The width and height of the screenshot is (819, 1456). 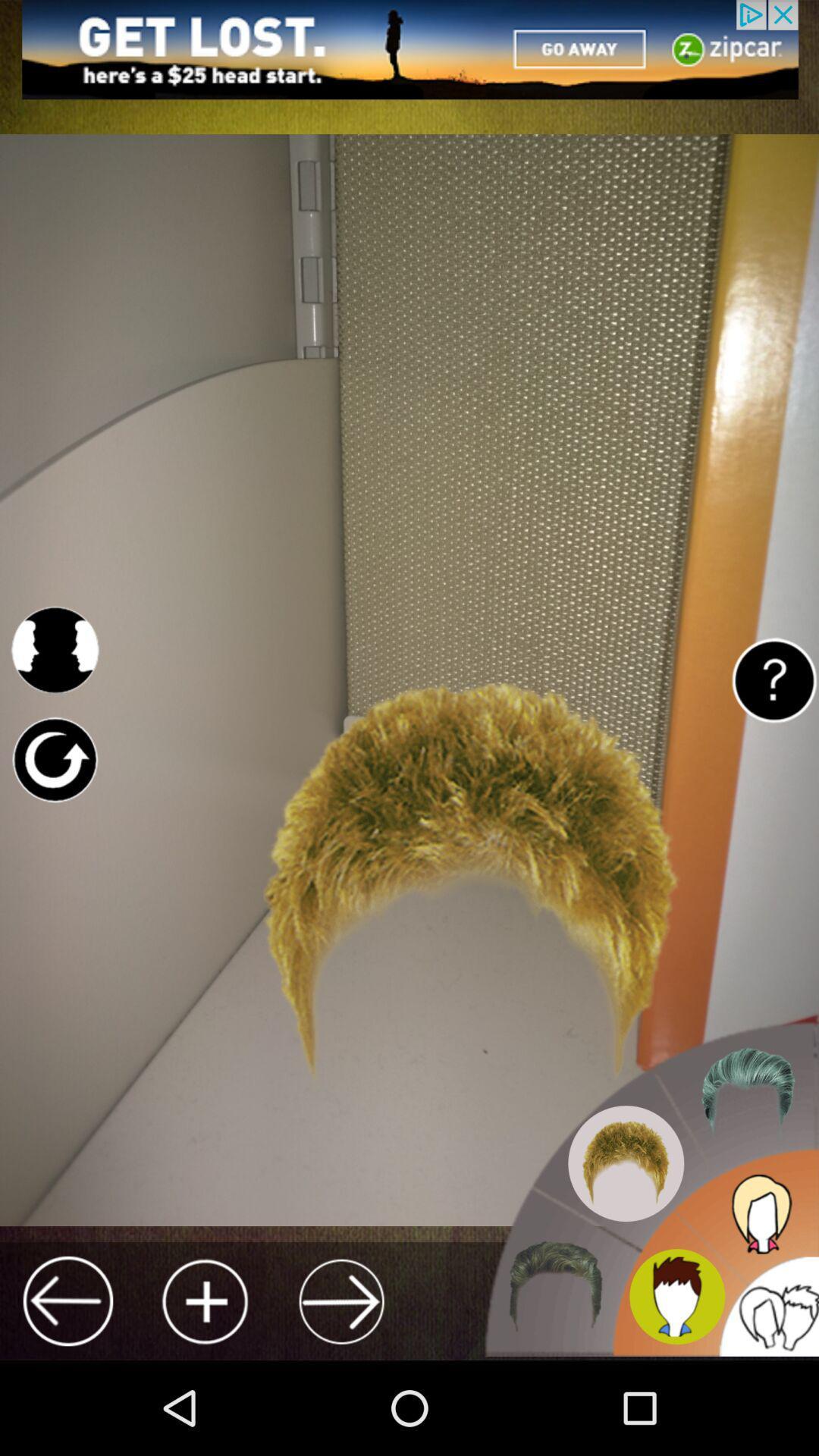 What do you see at coordinates (341, 1301) in the screenshot?
I see `next hairstyle` at bounding box center [341, 1301].